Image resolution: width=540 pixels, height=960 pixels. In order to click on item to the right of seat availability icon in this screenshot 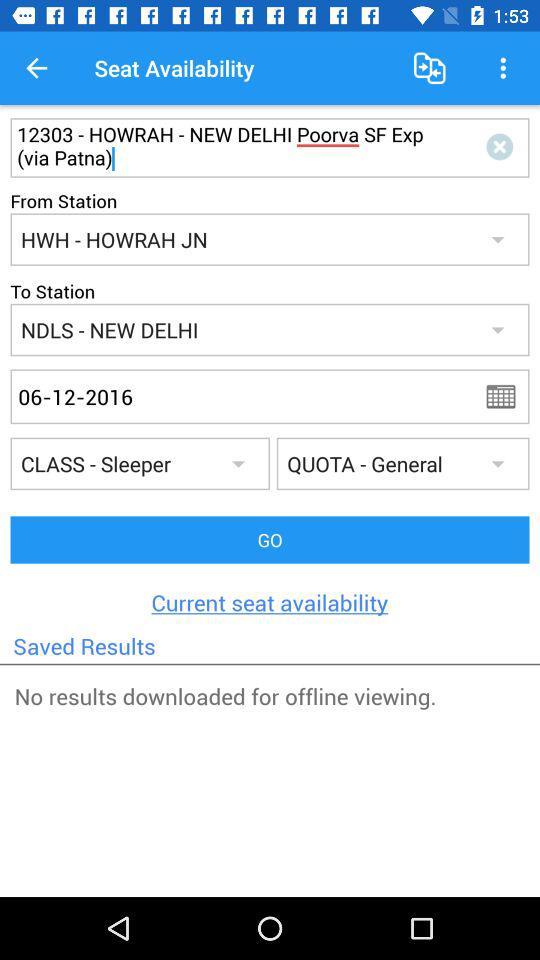, I will do `click(428, 68)`.